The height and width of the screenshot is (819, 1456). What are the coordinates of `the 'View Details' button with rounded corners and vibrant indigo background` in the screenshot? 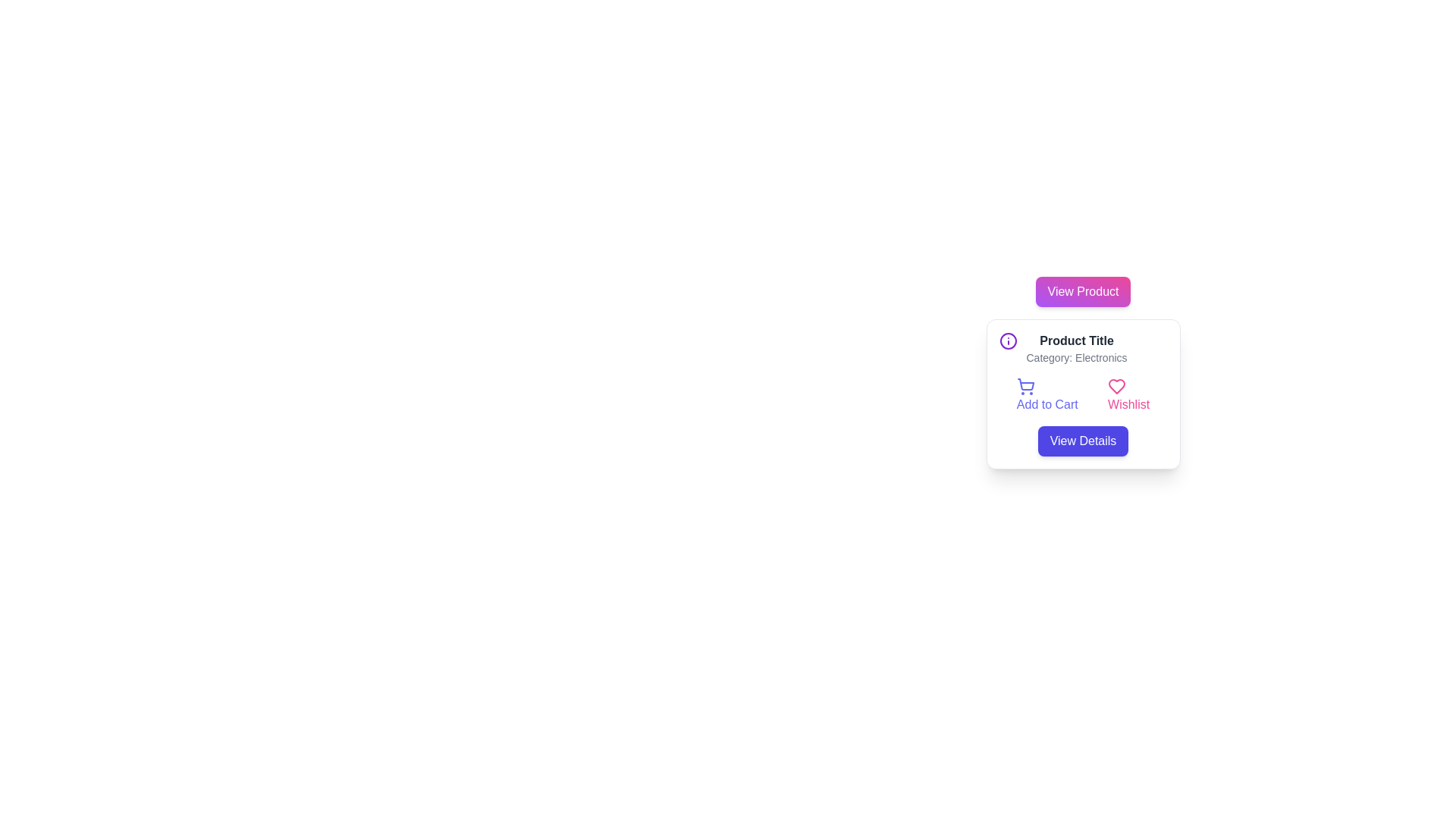 It's located at (1082, 441).